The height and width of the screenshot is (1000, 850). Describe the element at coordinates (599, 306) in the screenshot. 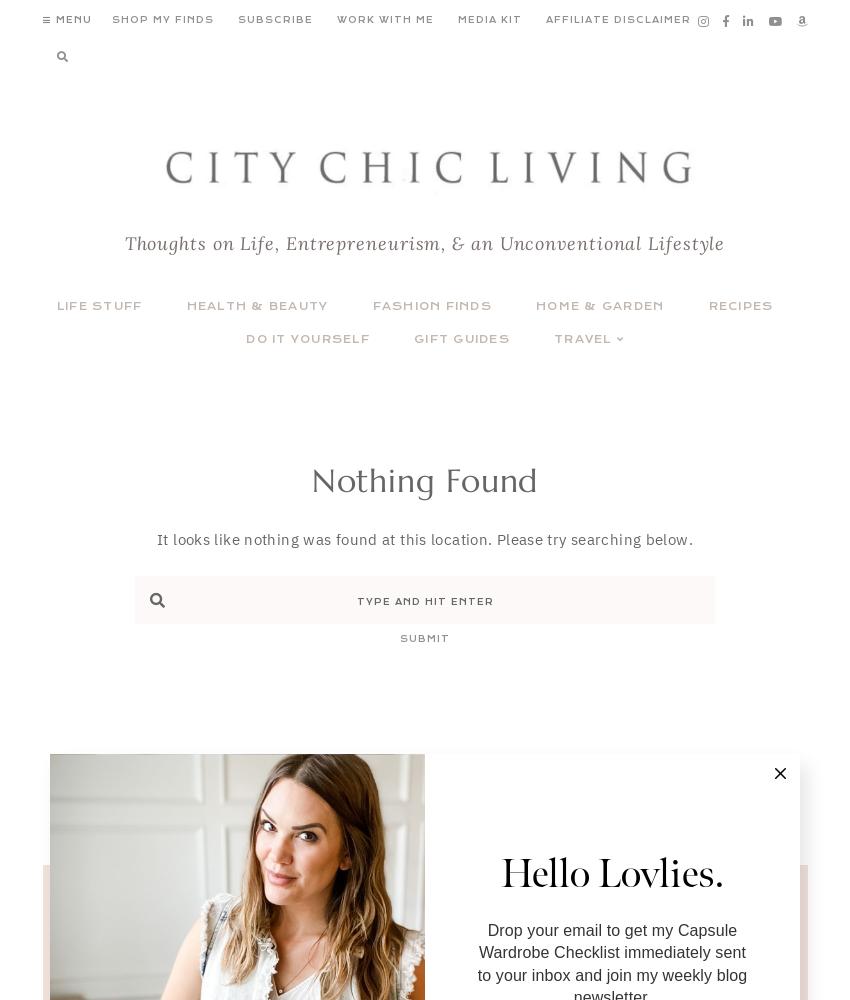

I see `'Home & Garden'` at that location.